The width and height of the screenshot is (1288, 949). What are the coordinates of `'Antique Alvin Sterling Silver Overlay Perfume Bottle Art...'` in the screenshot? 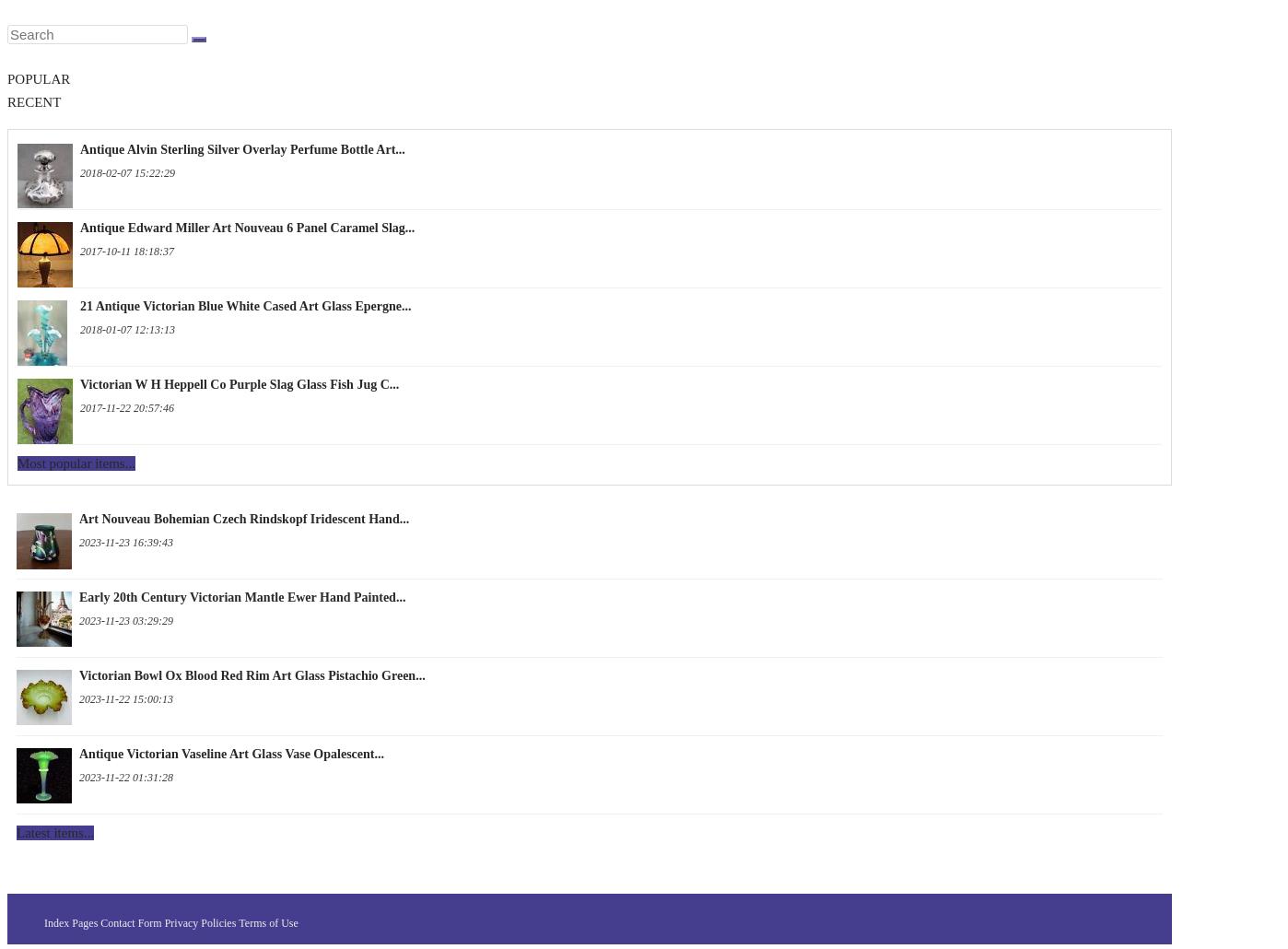 It's located at (241, 147).